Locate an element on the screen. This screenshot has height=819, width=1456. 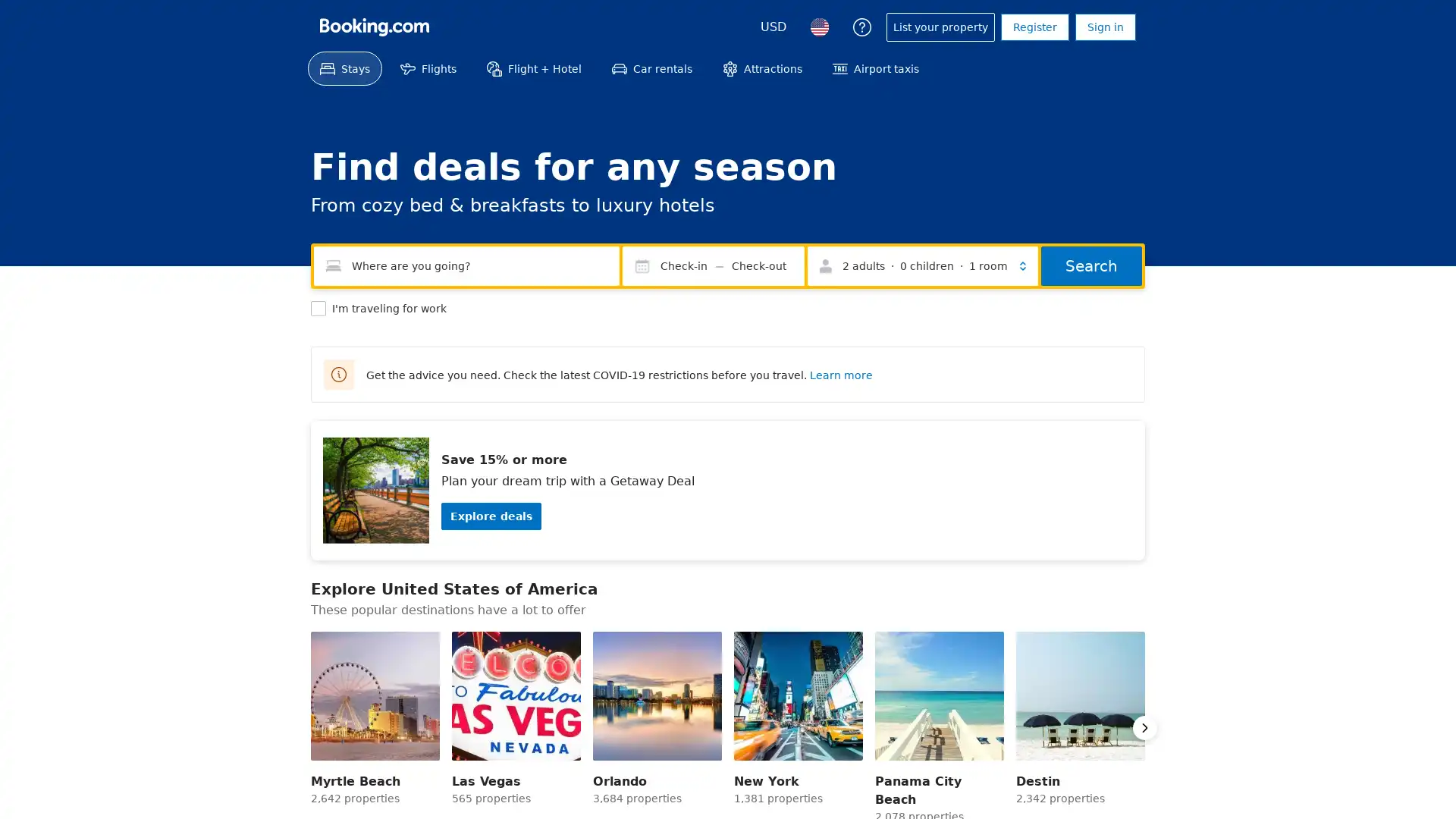
Search is located at coordinates (1090, 265).